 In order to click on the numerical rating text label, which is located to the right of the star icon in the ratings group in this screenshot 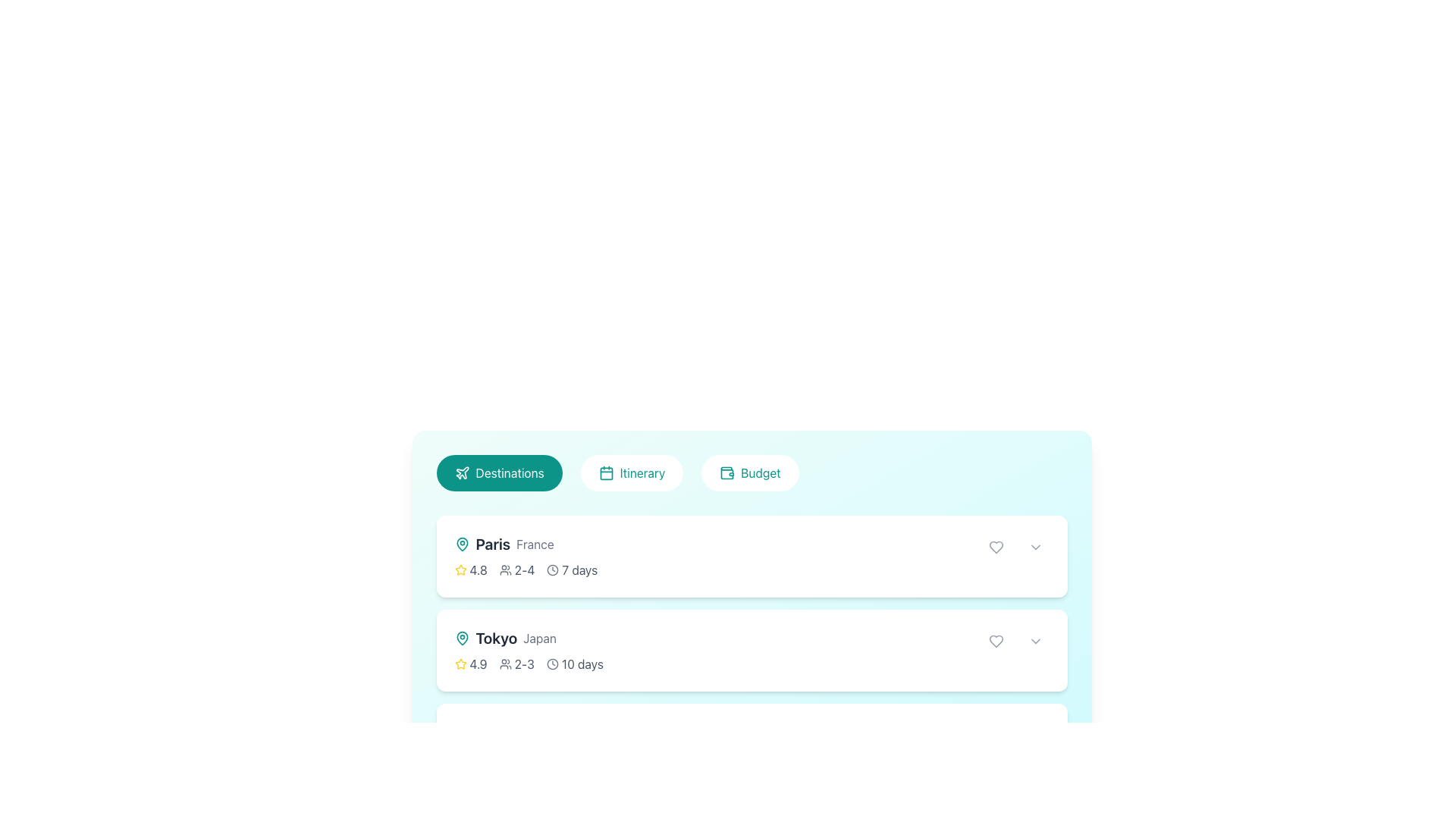, I will do `click(478, 663)`.